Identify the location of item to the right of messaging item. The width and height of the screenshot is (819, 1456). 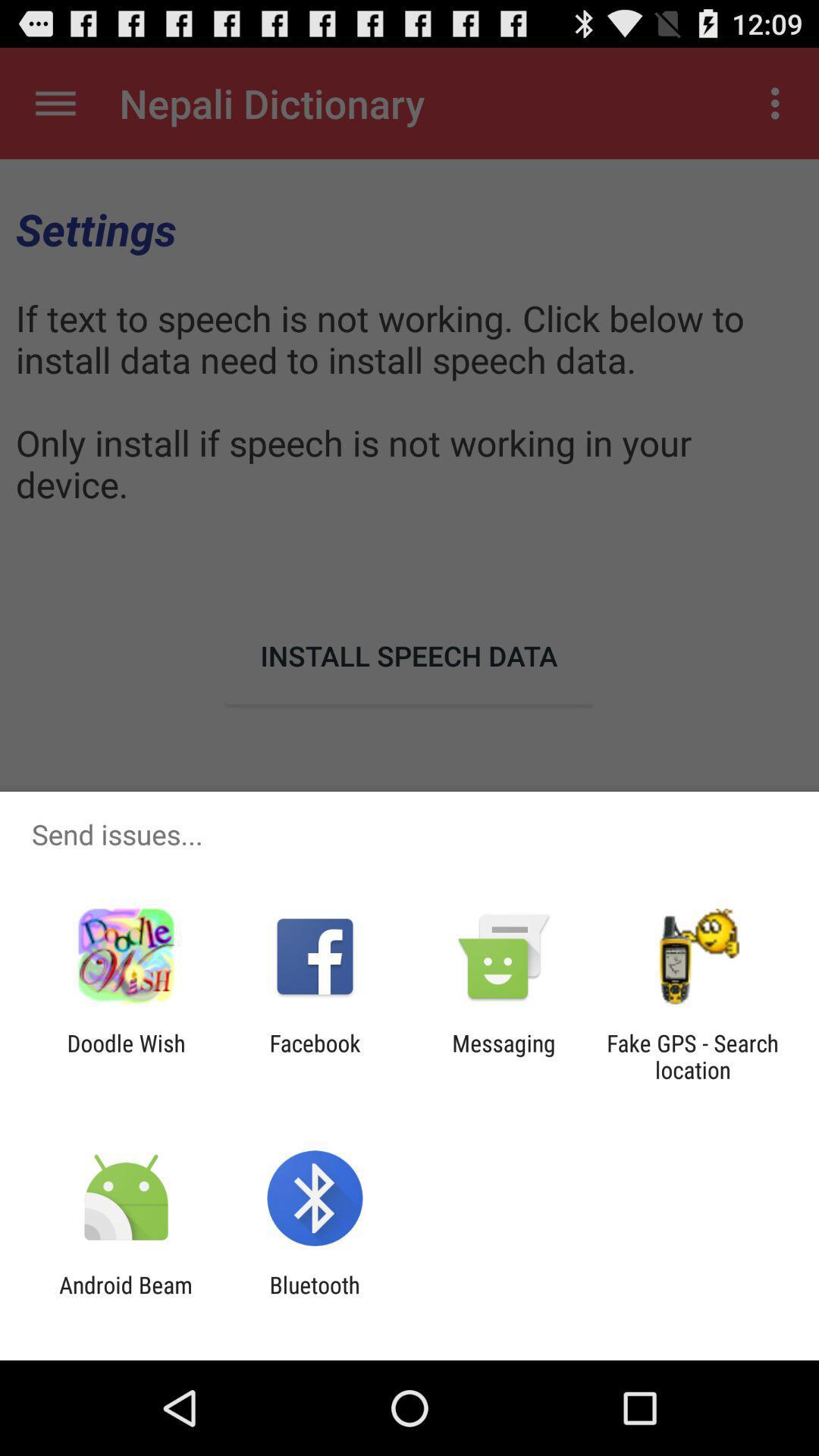
(692, 1056).